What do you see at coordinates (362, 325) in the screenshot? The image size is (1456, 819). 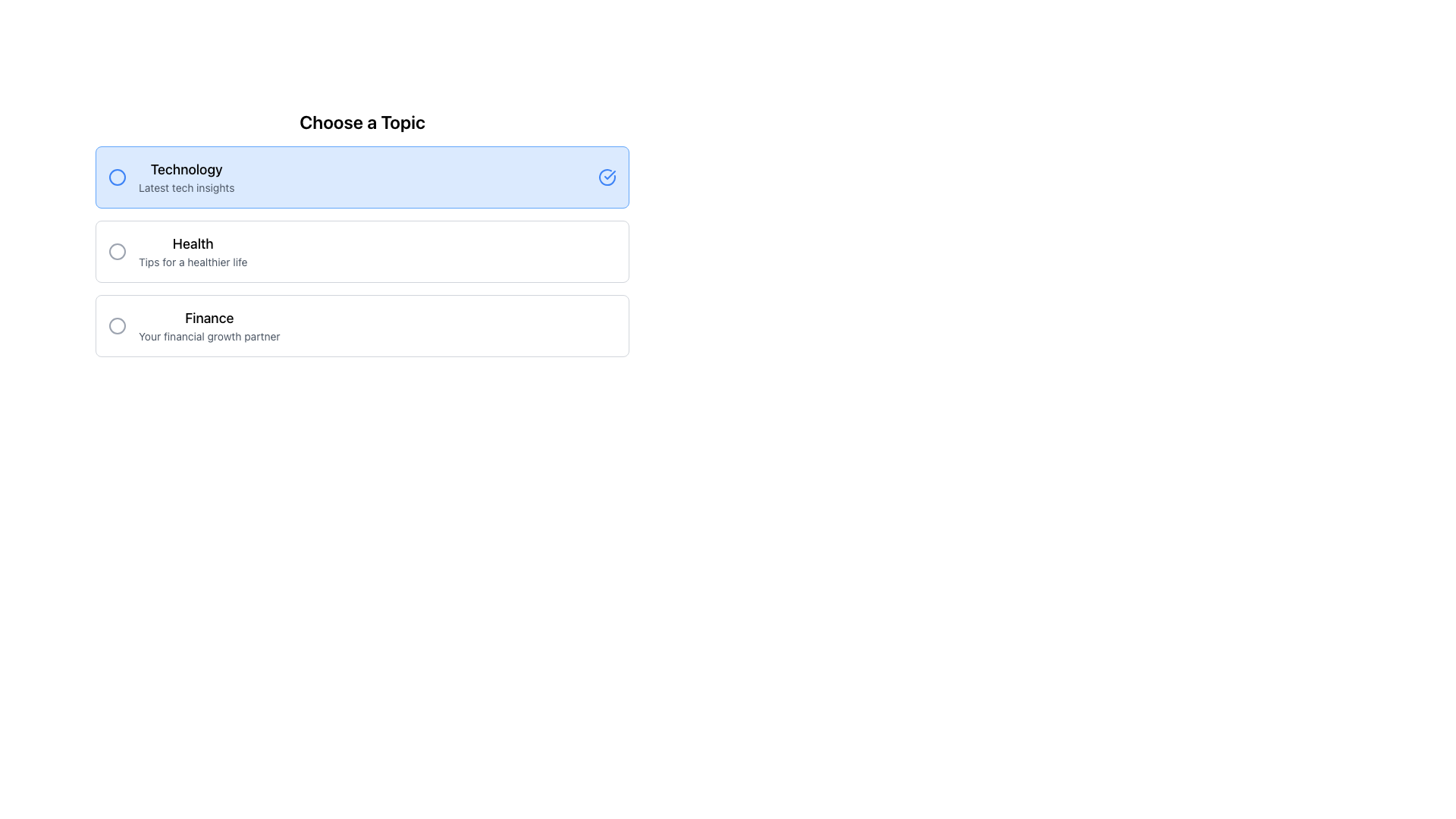 I see `the 'Finance' button, which is the third option in the 'Choose a Topic' section` at bounding box center [362, 325].